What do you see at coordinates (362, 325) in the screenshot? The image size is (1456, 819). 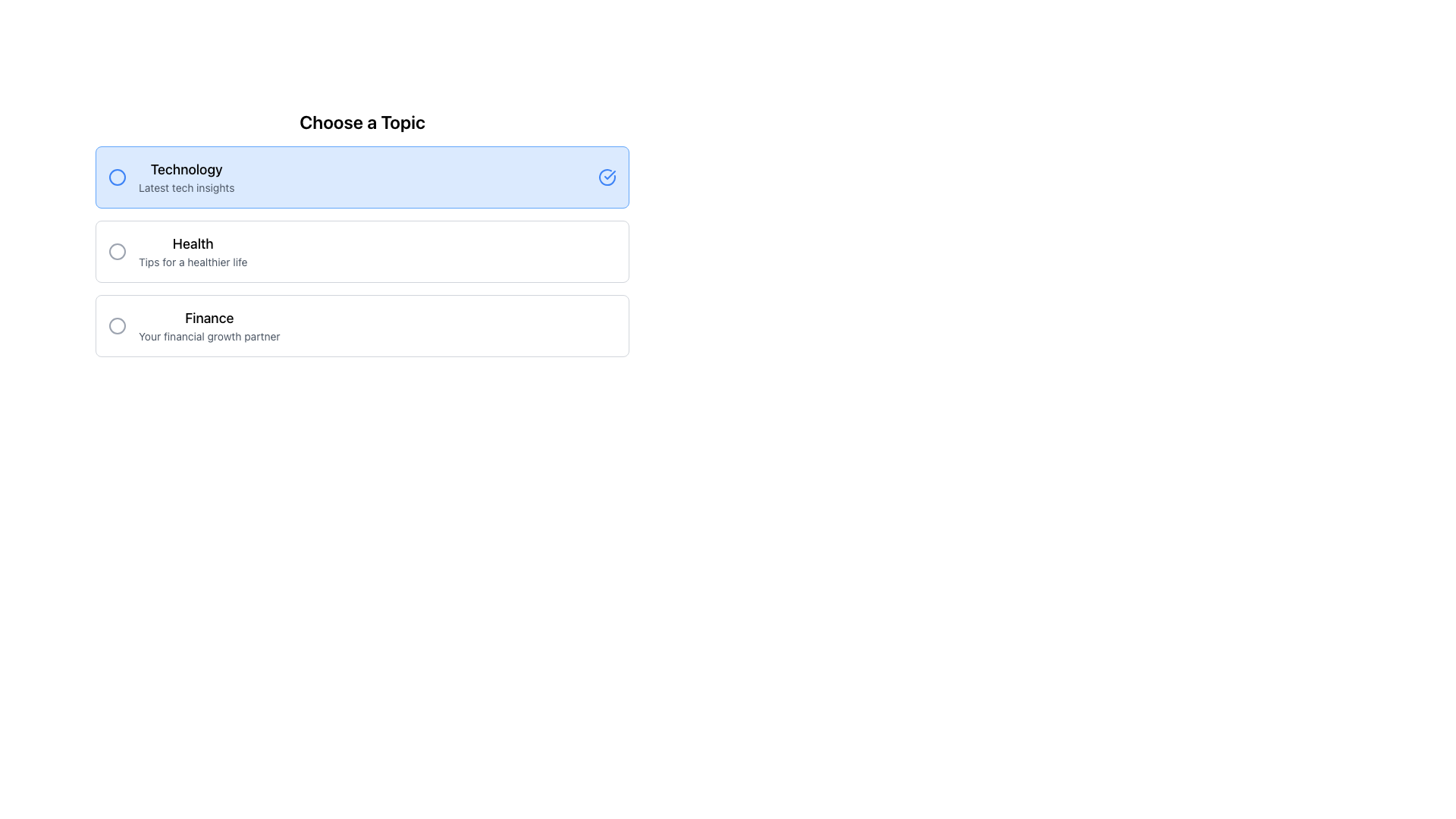 I see `the 'Finance' button, which is the third option in the 'Choose a Topic' section` at bounding box center [362, 325].